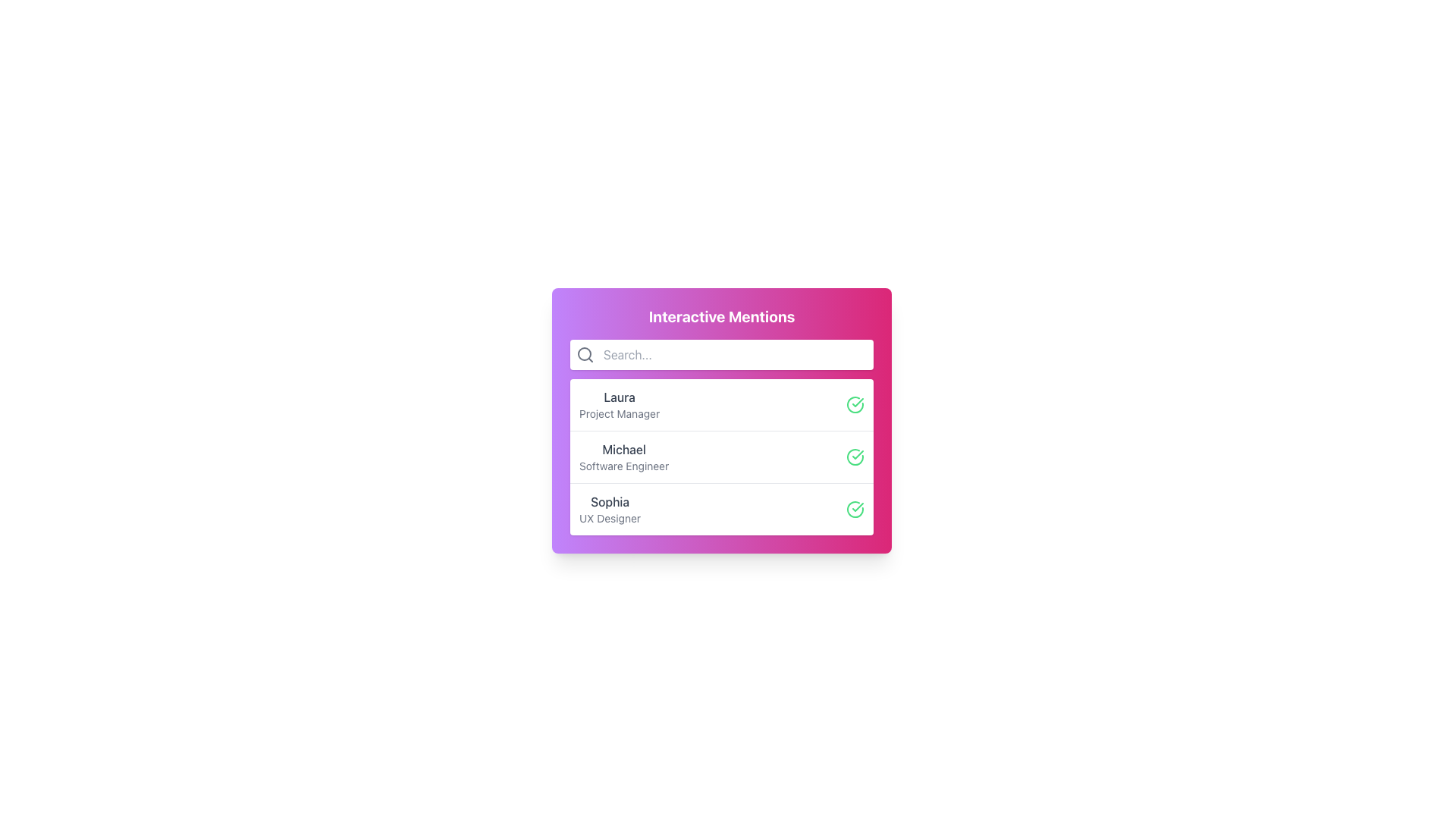  Describe the element at coordinates (720, 456) in the screenshot. I see `roles and names listed in the component that displays individuals and their roles, located centrally below the 'Interactive Mentions' header and following the search bar` at that location.